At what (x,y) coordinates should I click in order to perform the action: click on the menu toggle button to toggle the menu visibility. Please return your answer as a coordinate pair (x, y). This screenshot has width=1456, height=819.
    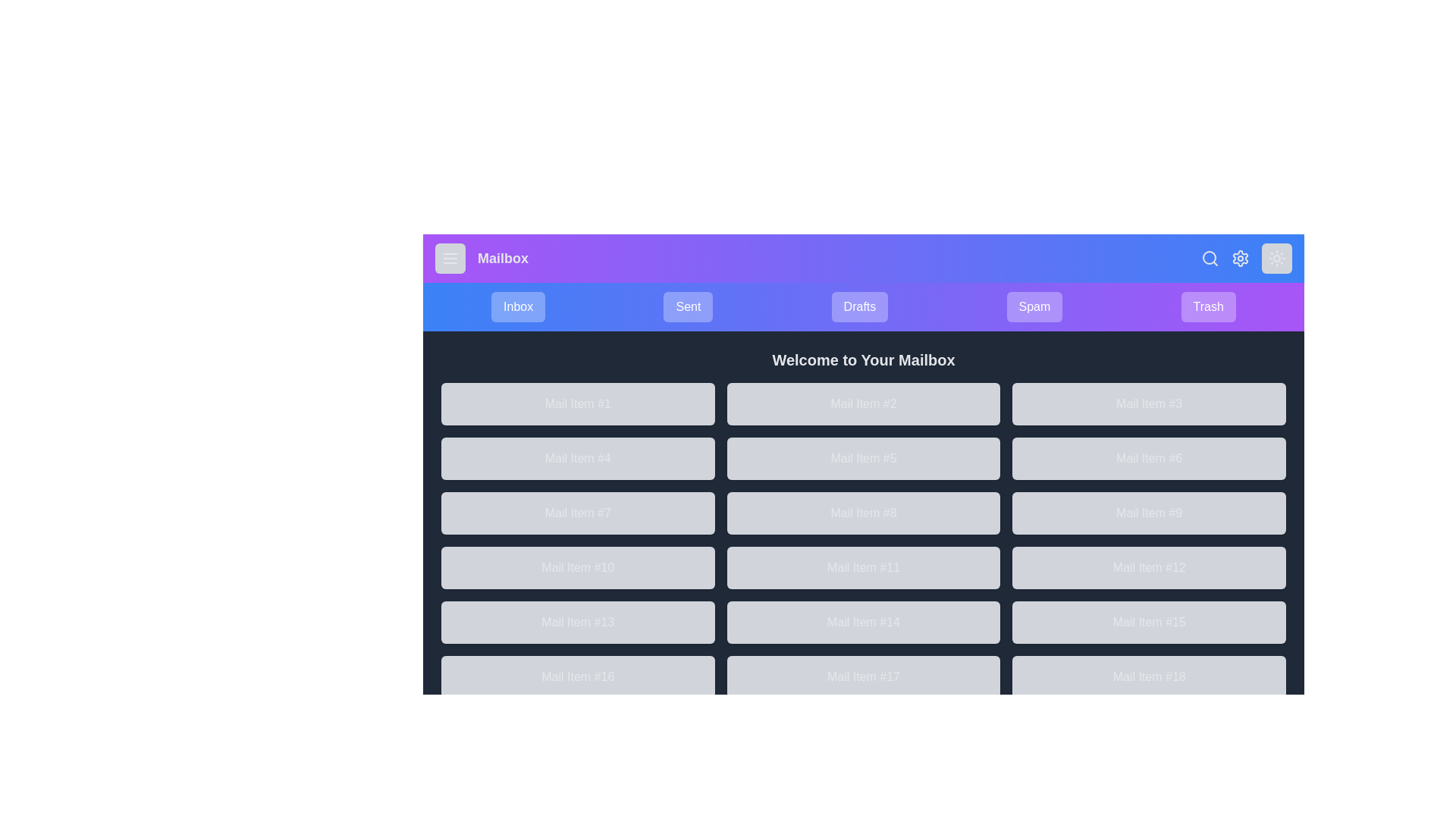
    Looking at the image, I should click on (450, 257).